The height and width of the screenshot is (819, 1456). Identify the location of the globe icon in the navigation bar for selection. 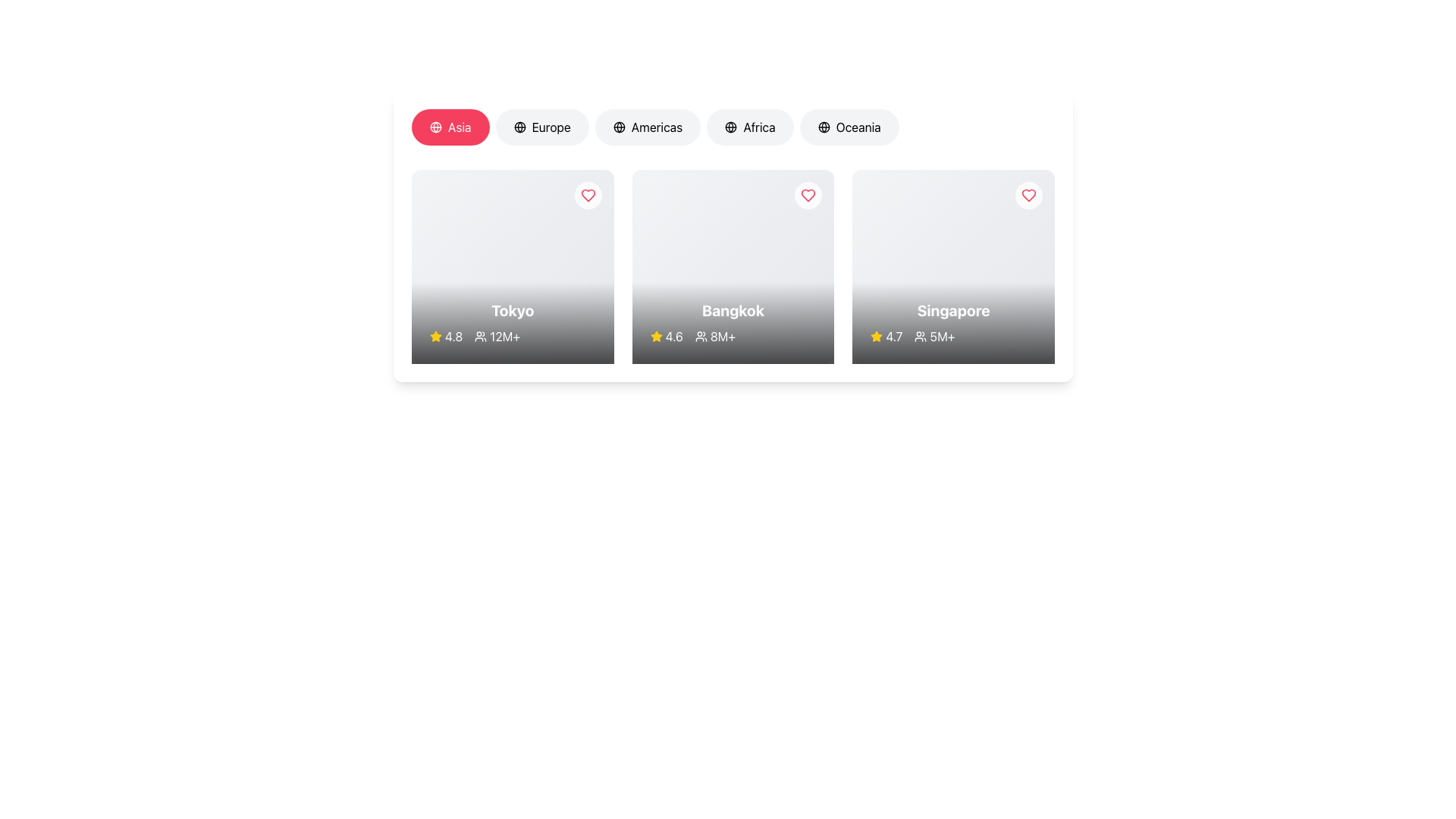
(823, 127).